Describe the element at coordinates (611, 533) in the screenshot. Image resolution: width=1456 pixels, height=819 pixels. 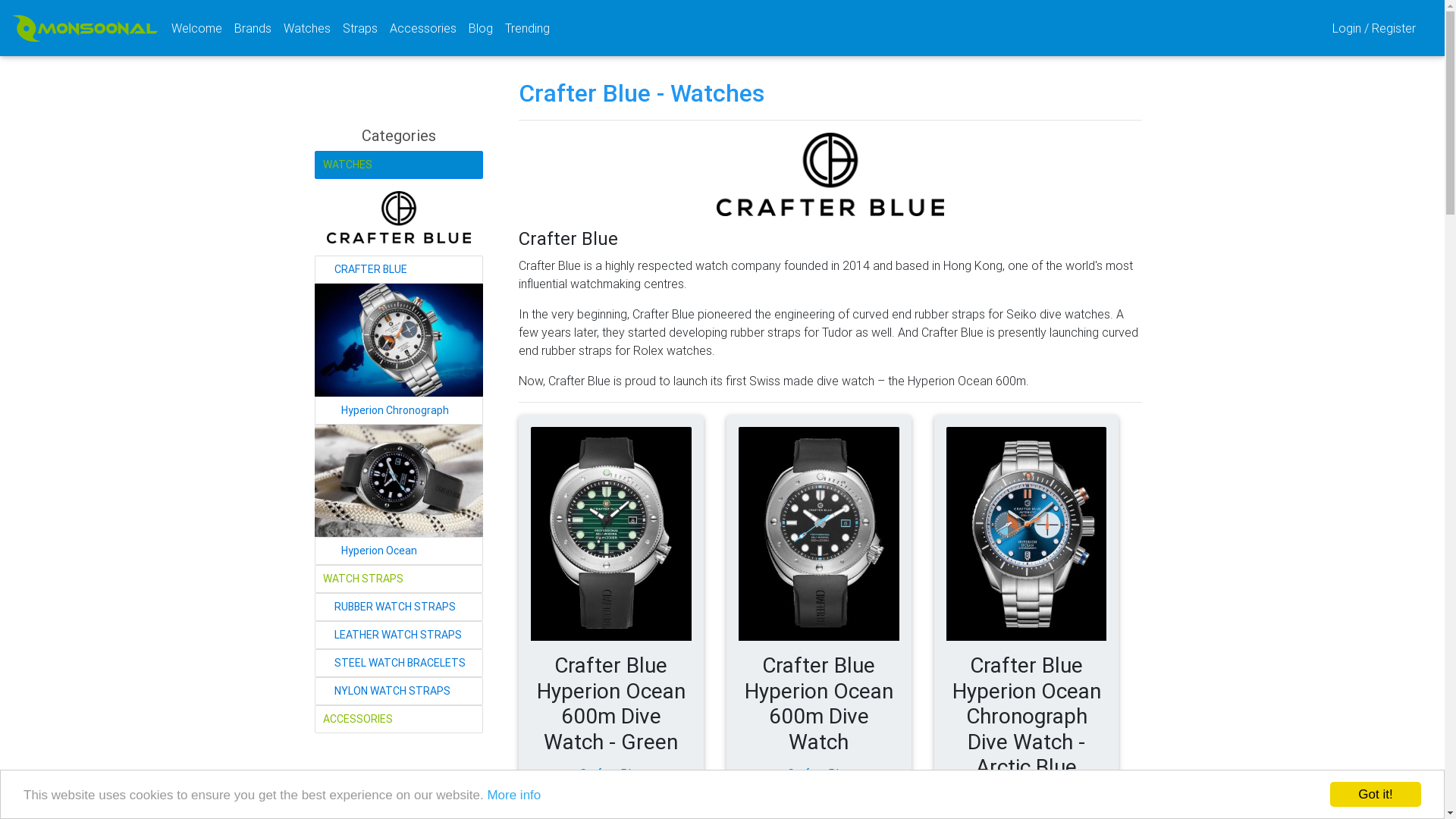
I see `'Crafter Blue Hyperion Ocean 600m Dive Watch - Green'` at that location.